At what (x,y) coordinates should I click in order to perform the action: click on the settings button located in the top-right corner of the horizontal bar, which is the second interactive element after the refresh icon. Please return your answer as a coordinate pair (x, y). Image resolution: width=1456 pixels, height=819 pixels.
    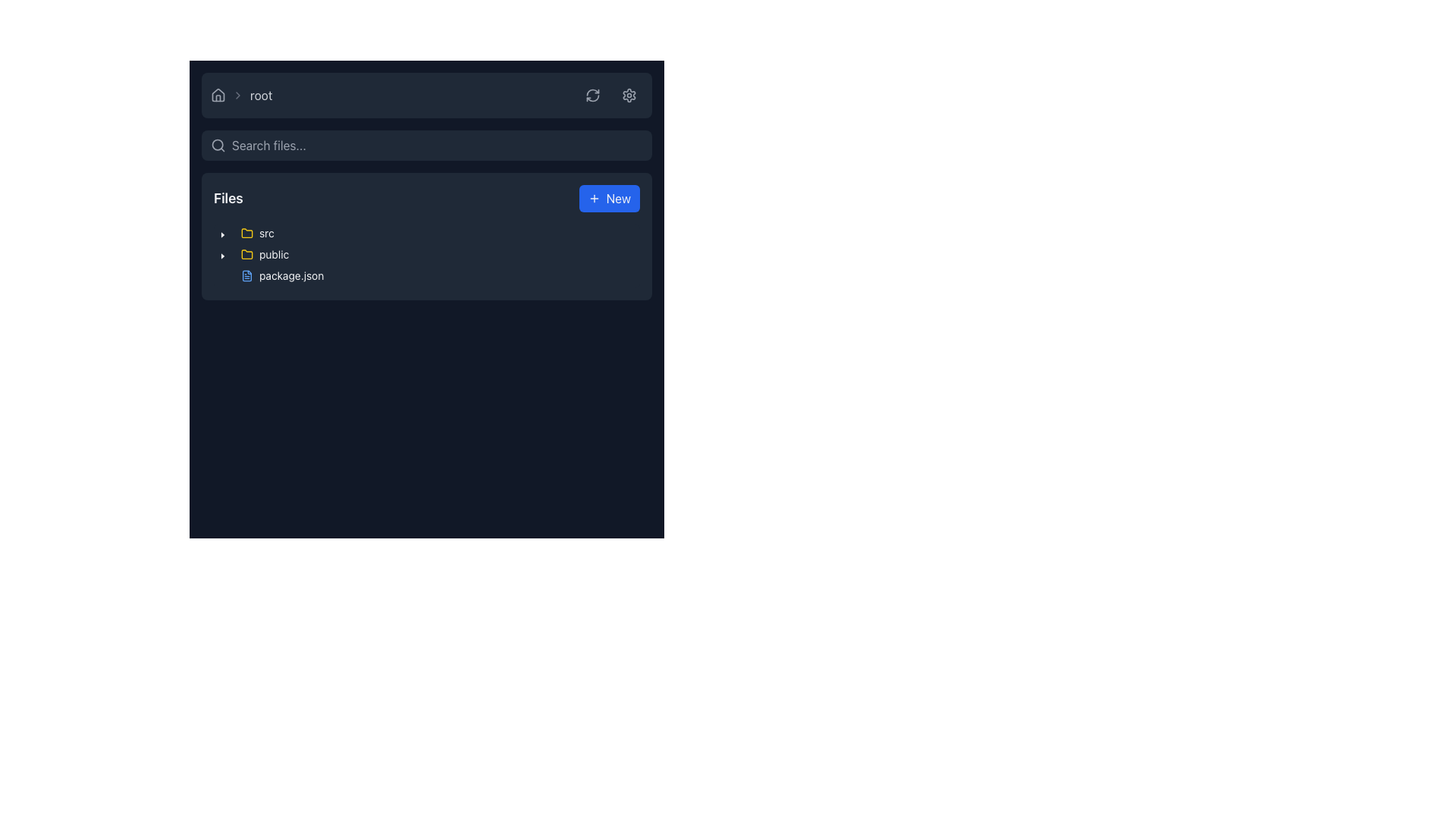
    Looking at the image, I should click on (629, 96).